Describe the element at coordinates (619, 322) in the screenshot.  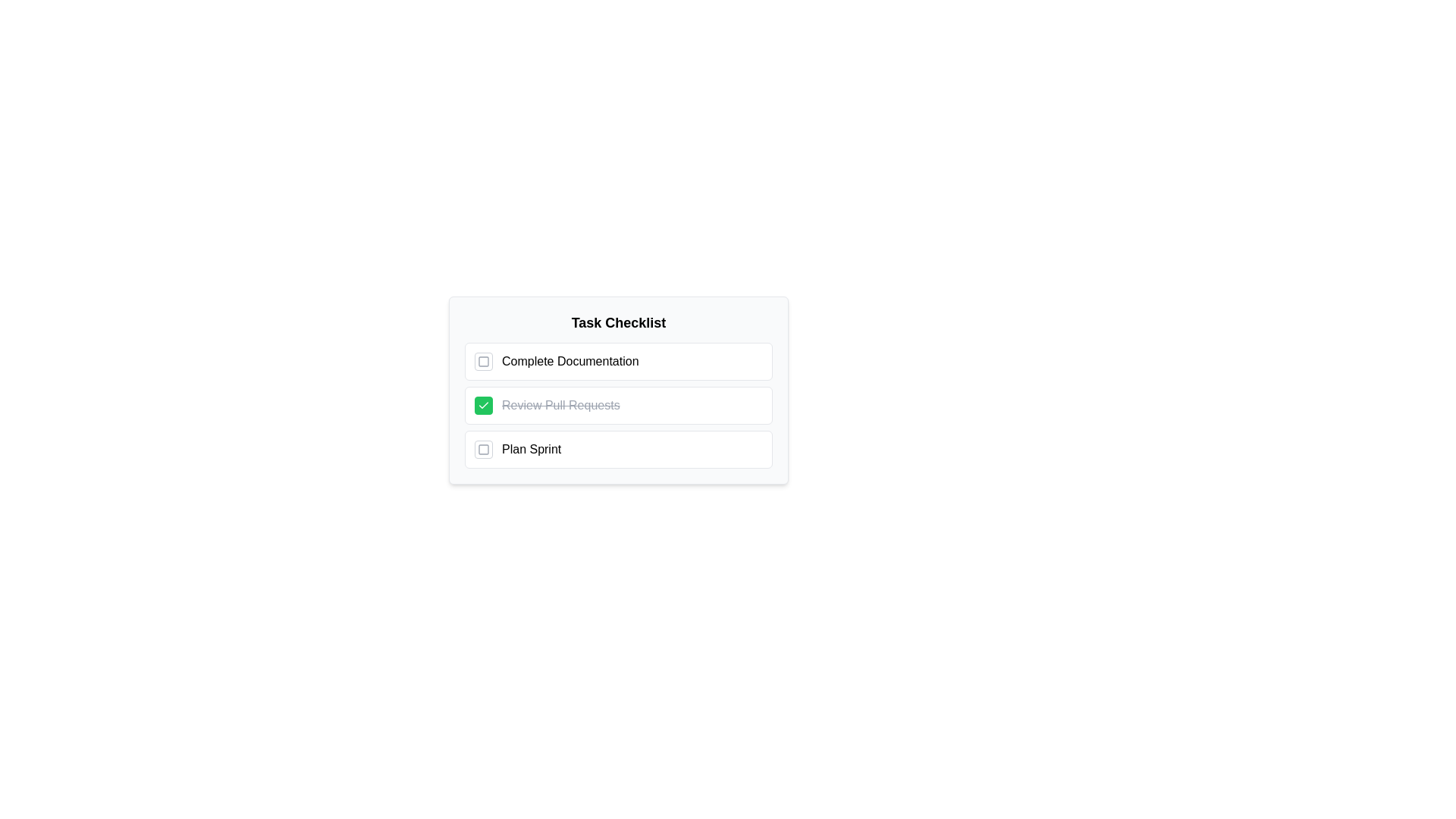
I see `the 'Task Checklist' label, which is a bold text element located at the top section of the checklist UI component` at that location.